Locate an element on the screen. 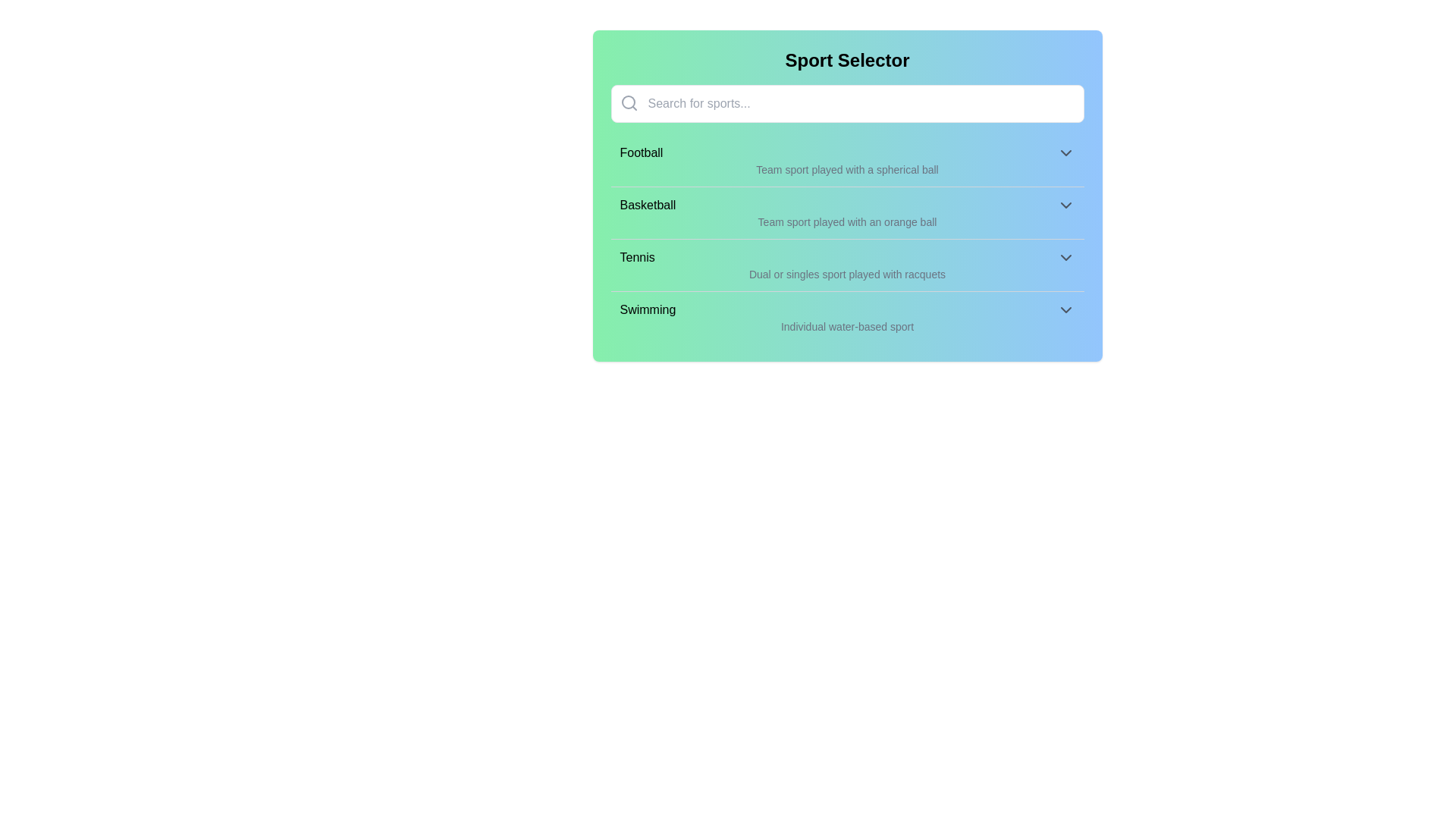 This screenshot has height=819, width=1456. the fourth collapsible list item for the sport 'Swimming' is located at coordinates (846, 316).